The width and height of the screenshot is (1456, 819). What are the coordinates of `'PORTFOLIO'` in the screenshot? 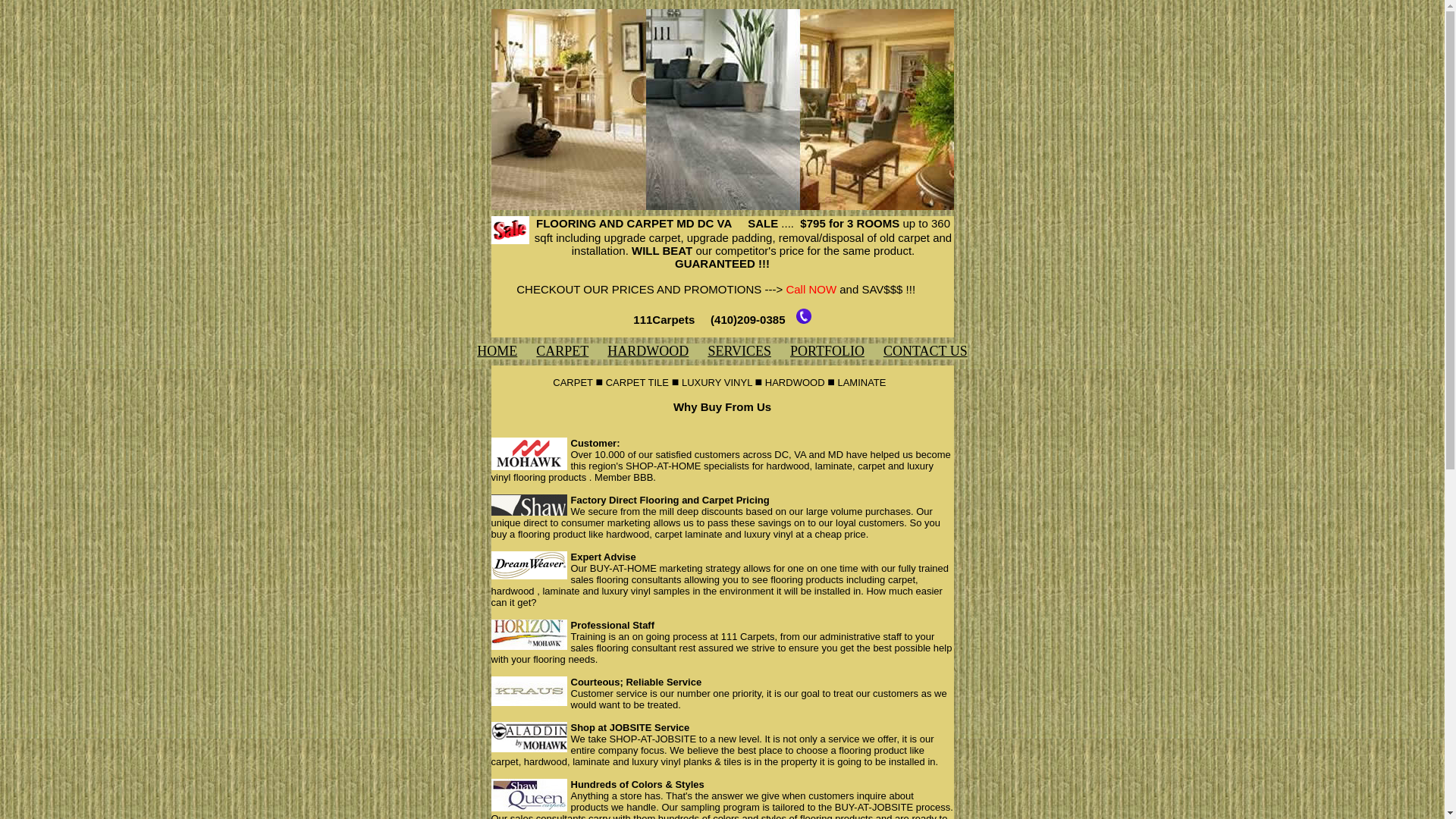 It's located at (826, 350).